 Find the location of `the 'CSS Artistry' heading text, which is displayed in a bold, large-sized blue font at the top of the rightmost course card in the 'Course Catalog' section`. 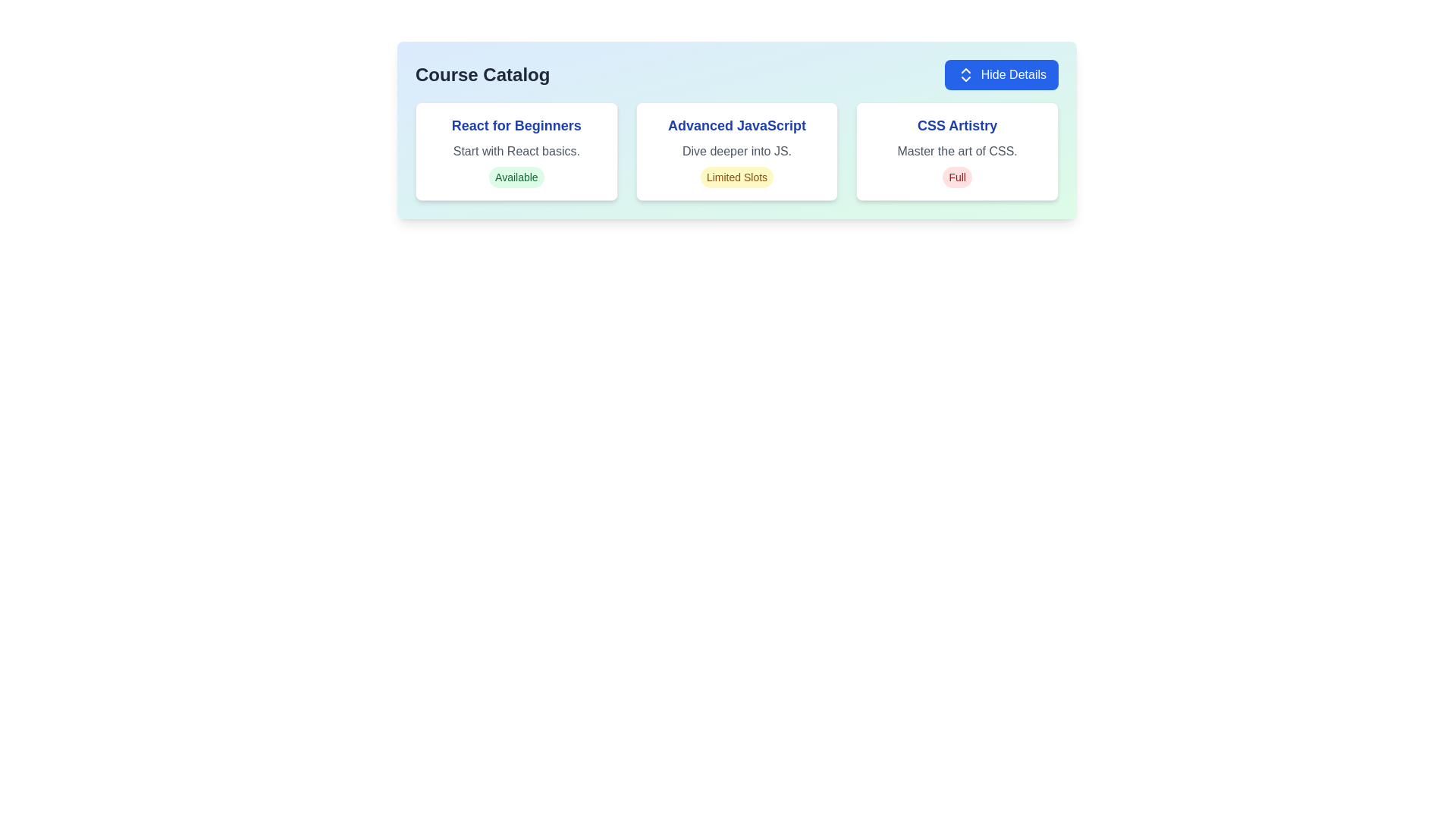

the 'CSS Artistry' heading text, which is displayed in a bold, large-sized blue font at the top of the rightmost course card in the 'Course Catalog' section is located at coordinates (956, 124).